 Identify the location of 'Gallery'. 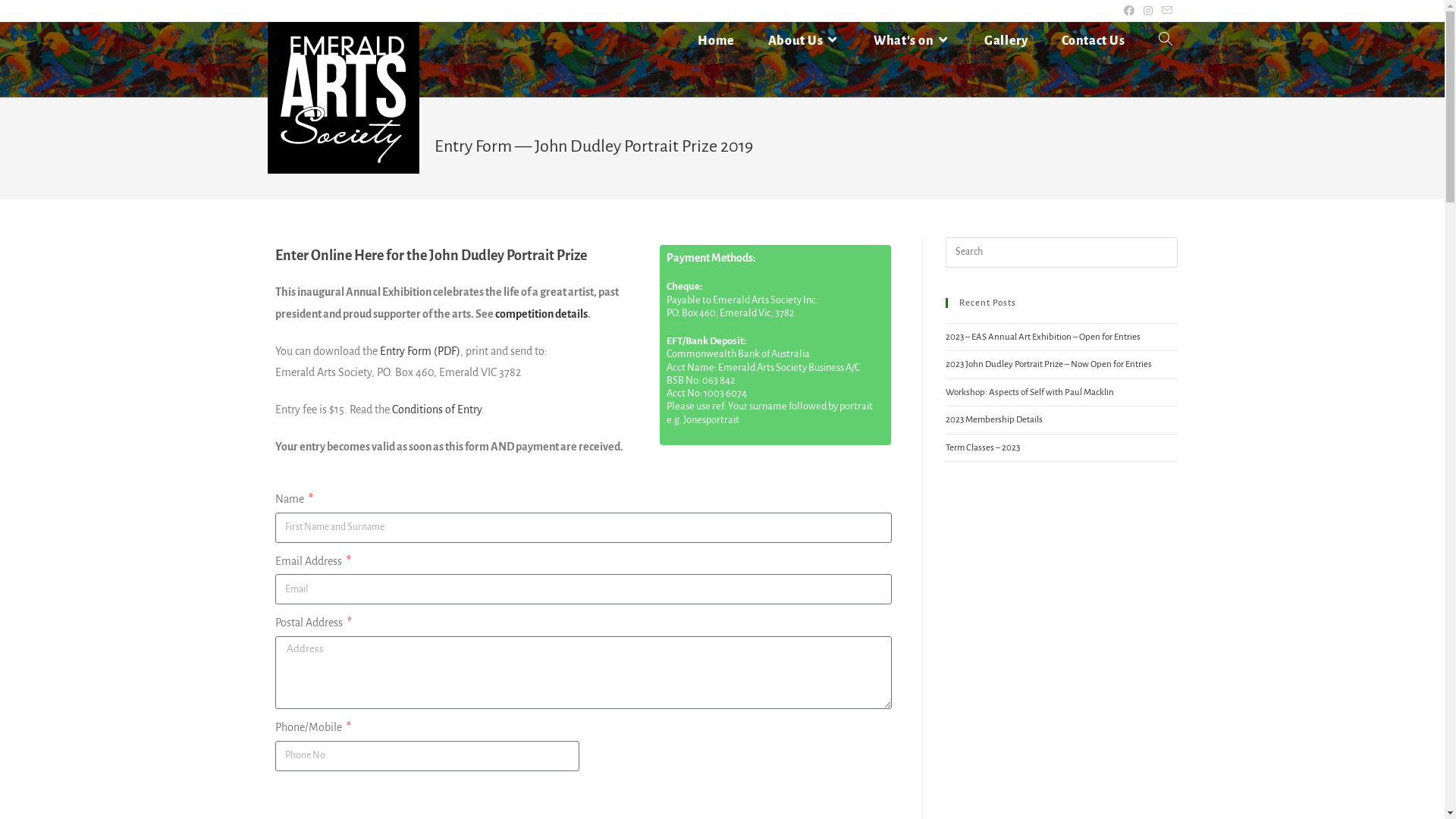
(967, 40).